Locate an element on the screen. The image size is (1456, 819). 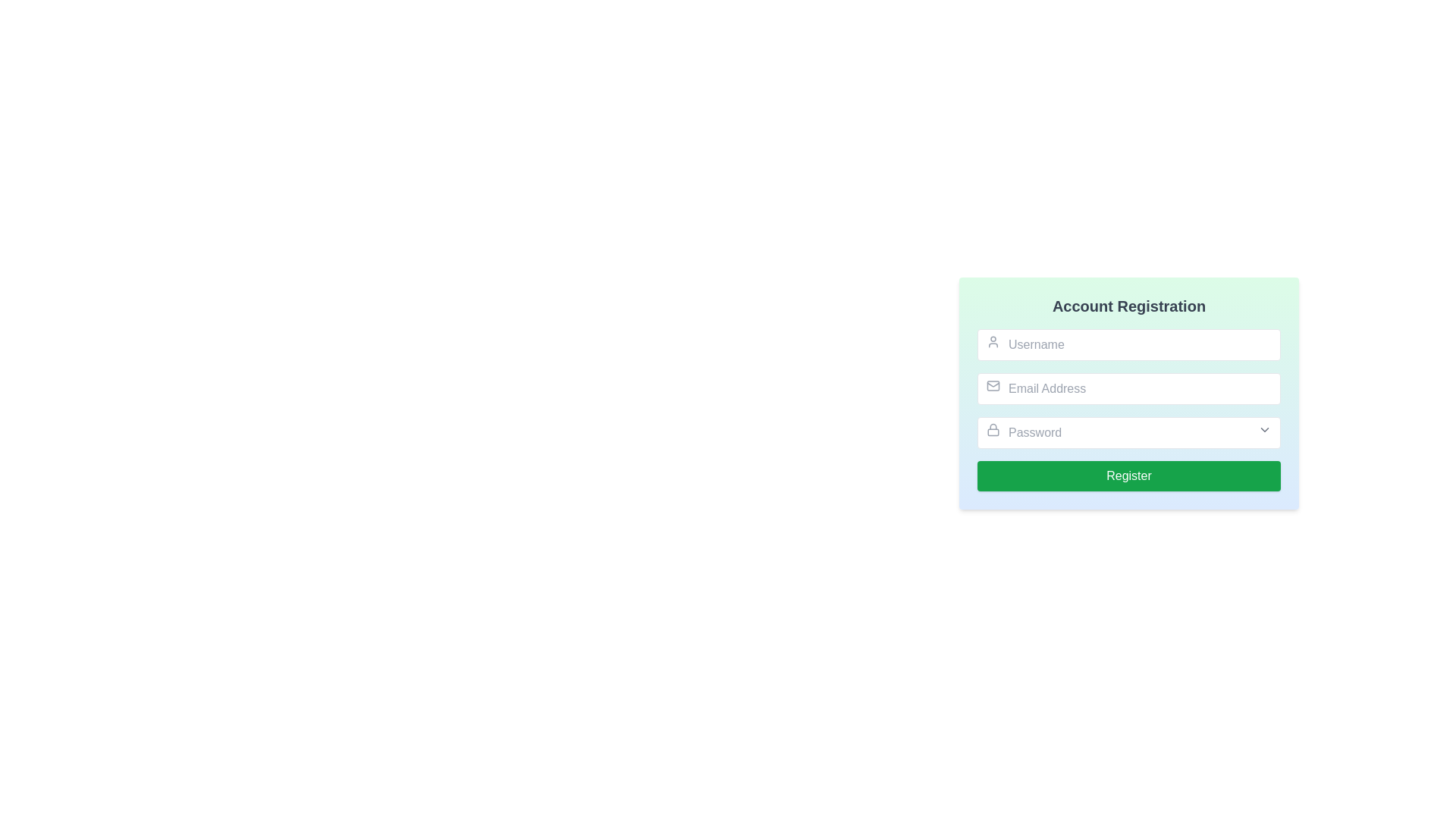
the SVG rectangle shape that symbolizes the body of the email icon, located inside the envelope icon to the left of the 'Email Address' input field is located at coordinates (993, 385).